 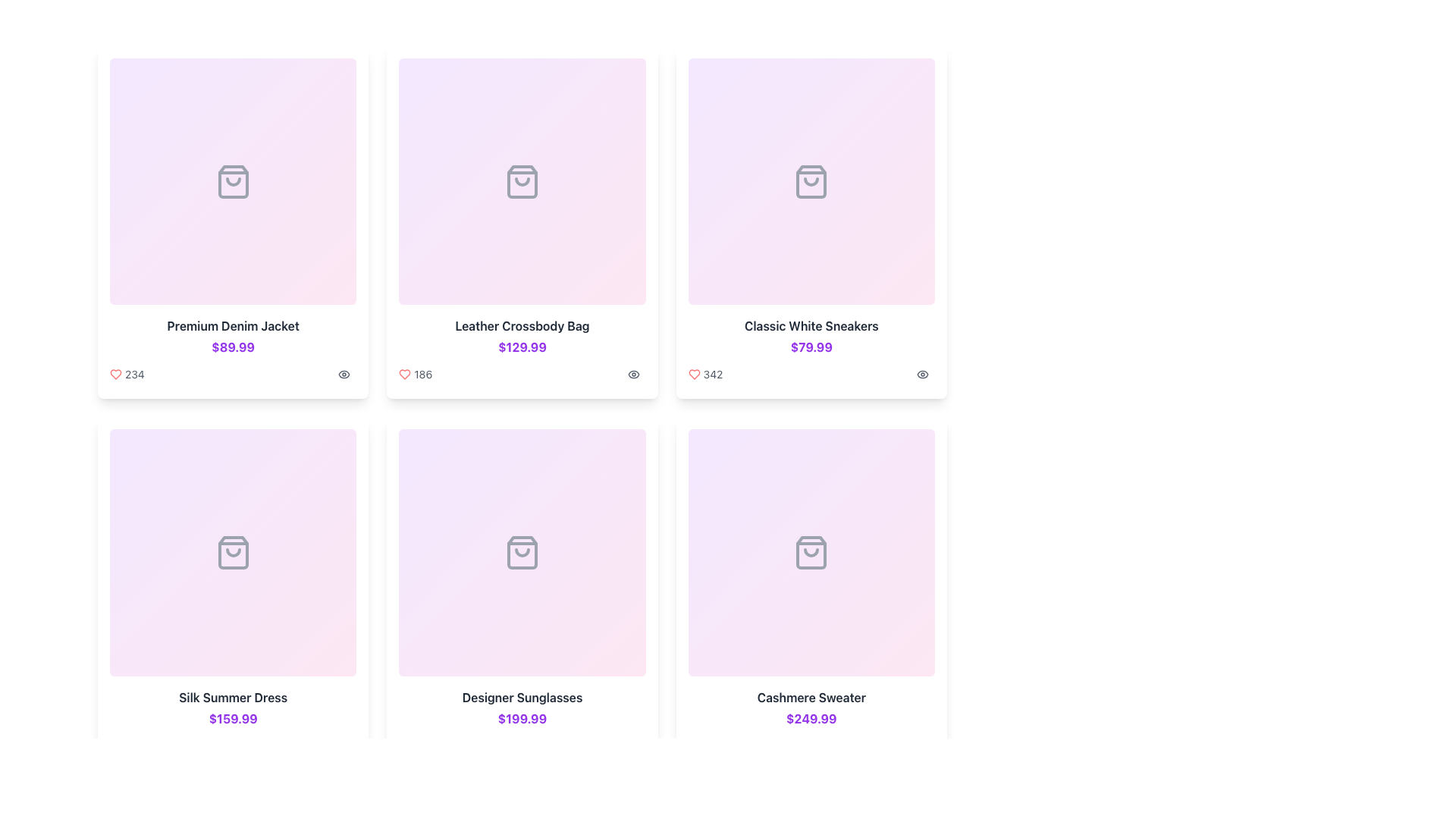 I want to click on the text label displaying '$89.99' in bold purple font, located in the product card for the 'Premium Denim Jacket', directly beneath the product title, so click(x=232, y=347).